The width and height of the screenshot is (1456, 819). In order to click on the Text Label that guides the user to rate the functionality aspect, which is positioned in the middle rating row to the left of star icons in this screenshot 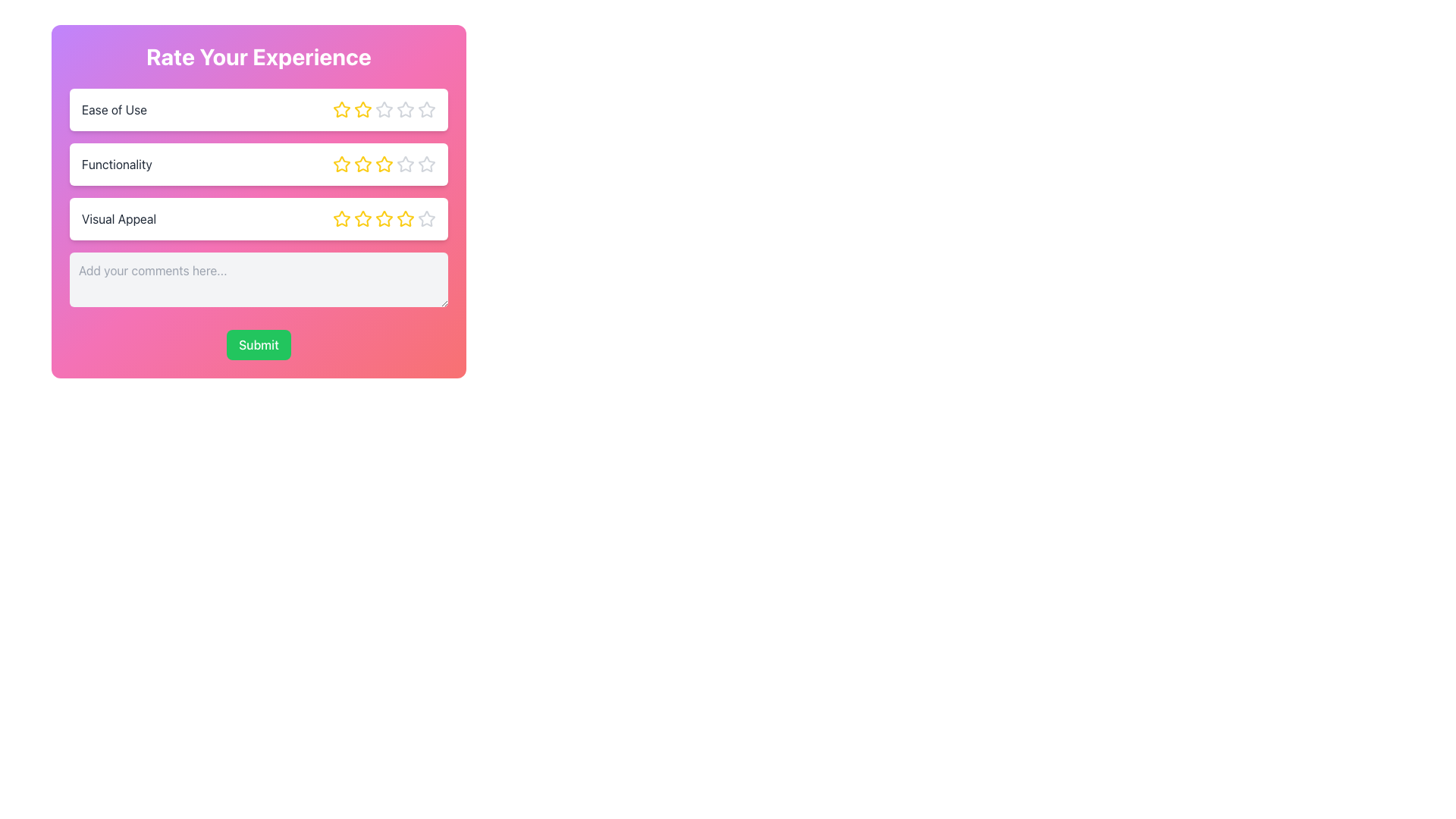, I will do `click(116, 164)`.